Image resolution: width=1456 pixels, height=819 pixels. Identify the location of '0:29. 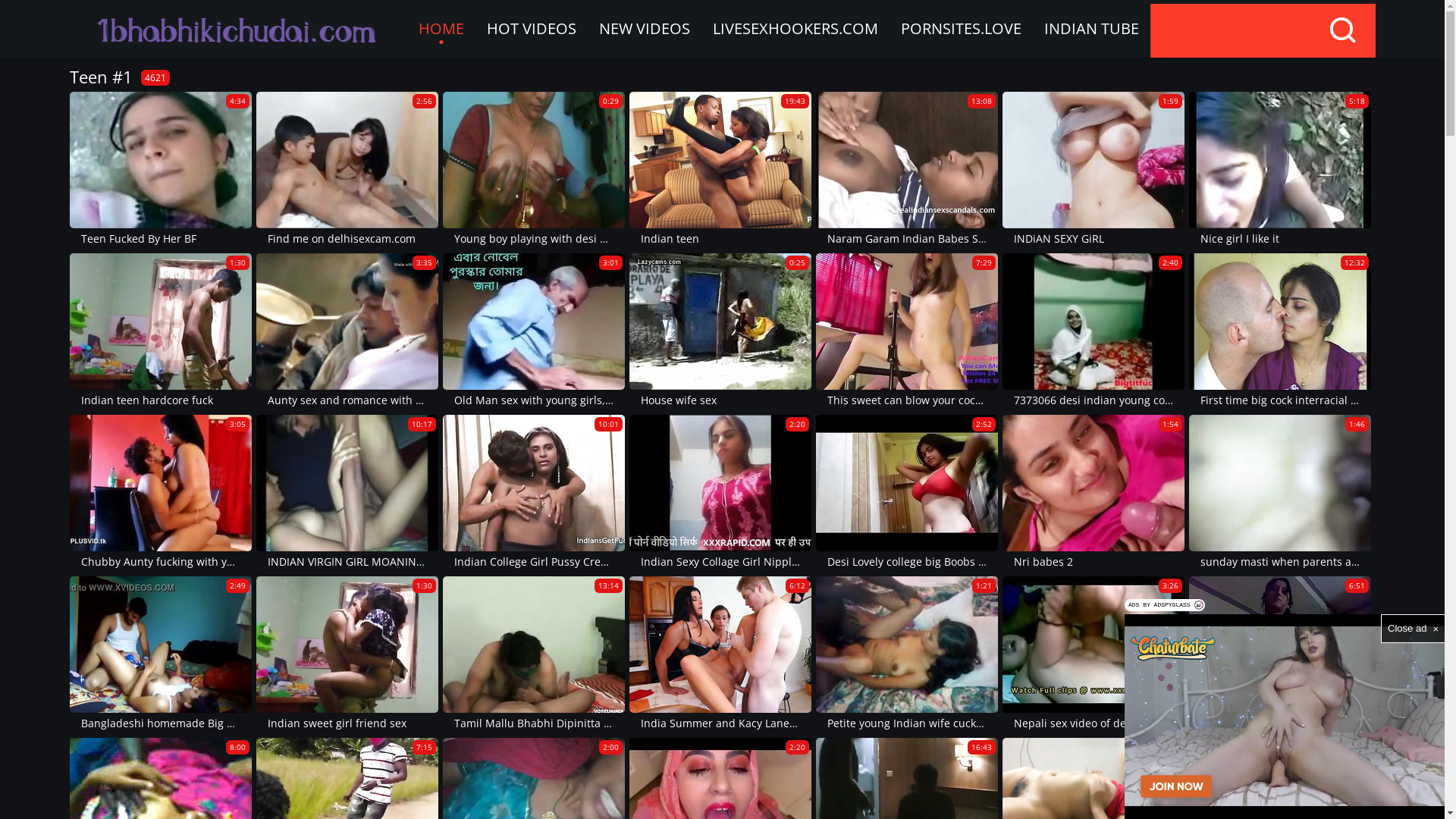
(442, 170).